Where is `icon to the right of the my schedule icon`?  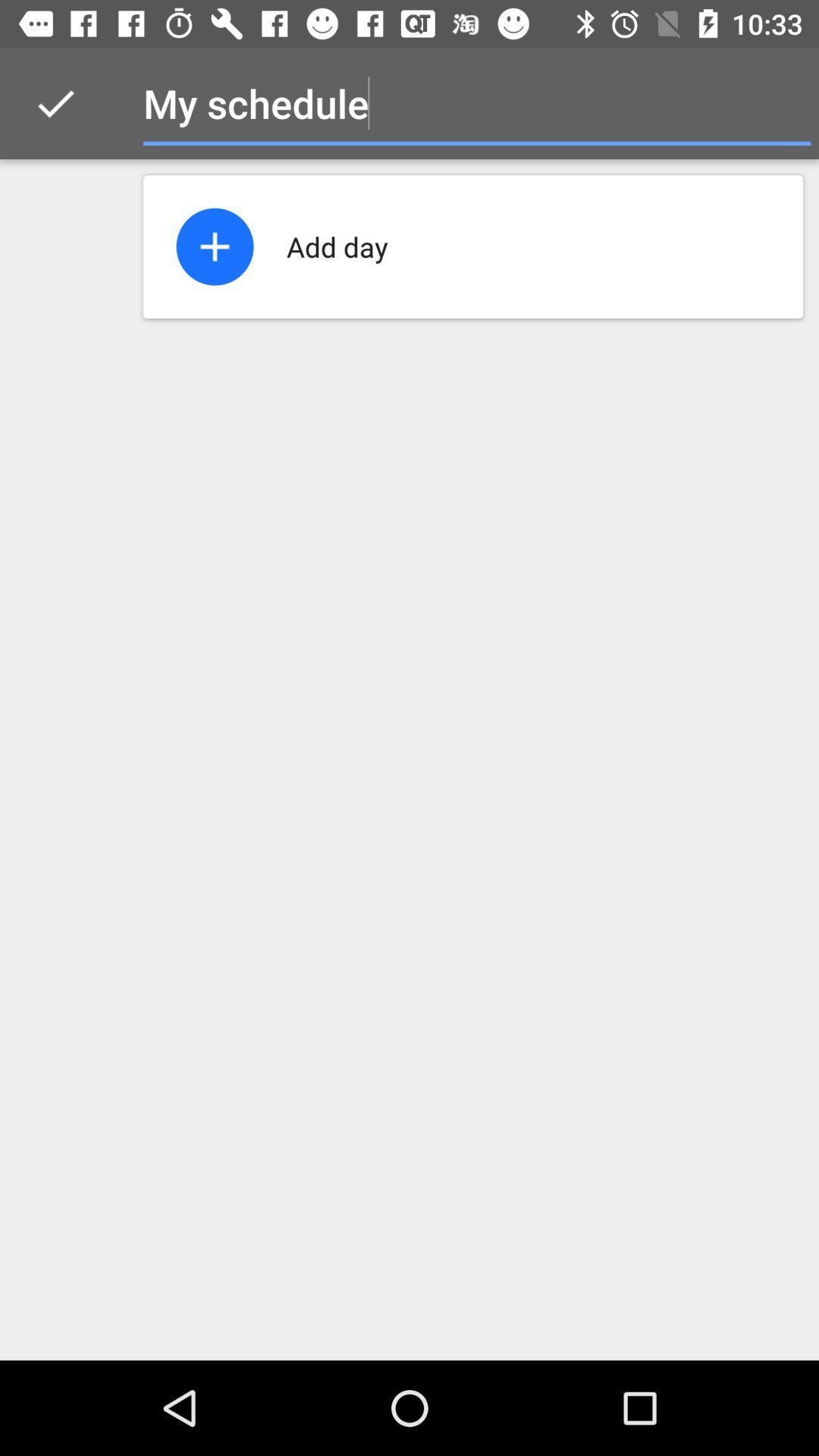 icon to the right of the my schedule icon is located at coordinates (779, 102).